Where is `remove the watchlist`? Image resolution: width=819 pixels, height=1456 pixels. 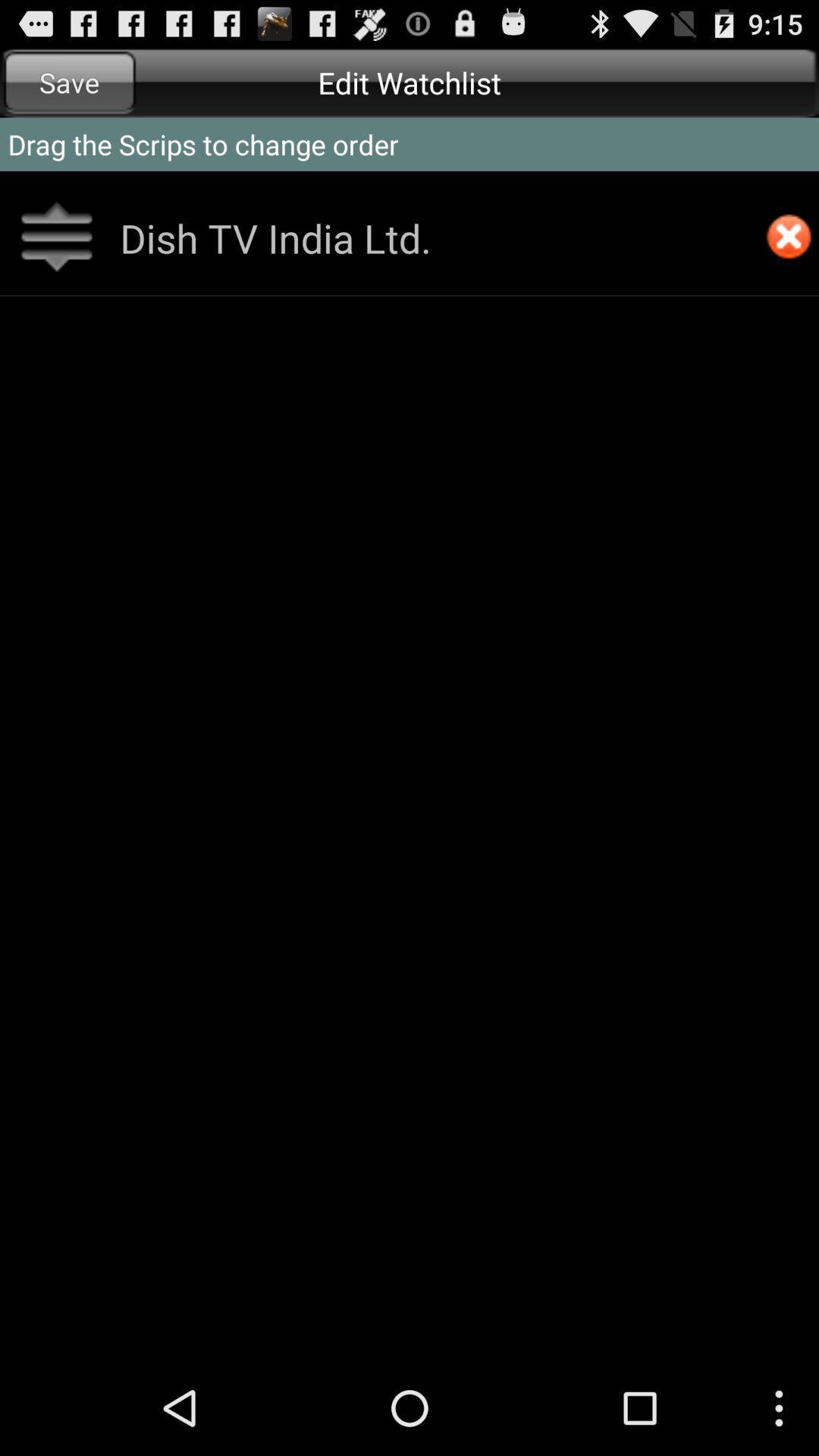 remove the watchlist is located at coordinates (788, 237).